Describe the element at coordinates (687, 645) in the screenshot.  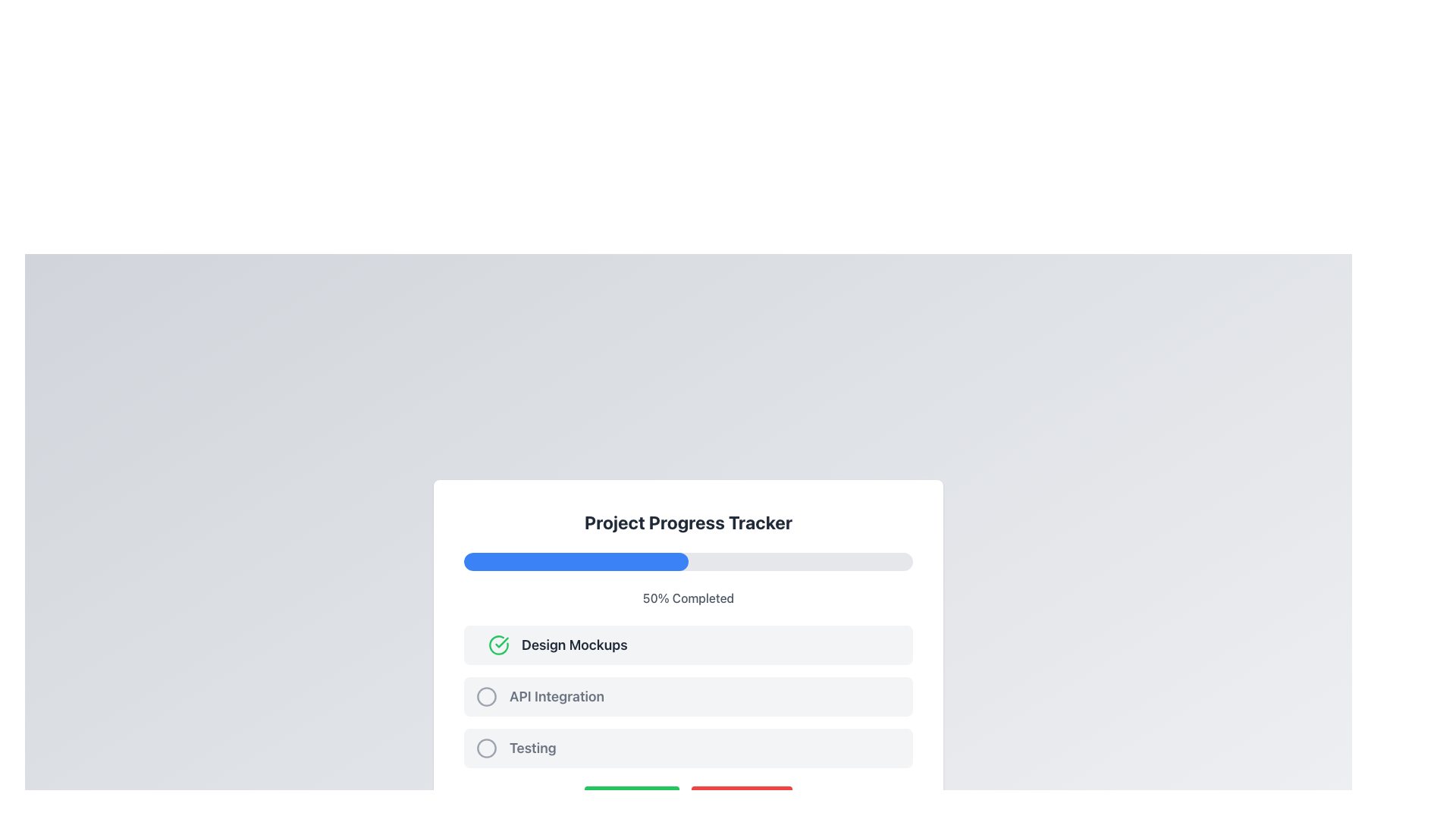
I see `the labeled task card element displaying 'Design Mockups' with a green checkmark icon` at that location.